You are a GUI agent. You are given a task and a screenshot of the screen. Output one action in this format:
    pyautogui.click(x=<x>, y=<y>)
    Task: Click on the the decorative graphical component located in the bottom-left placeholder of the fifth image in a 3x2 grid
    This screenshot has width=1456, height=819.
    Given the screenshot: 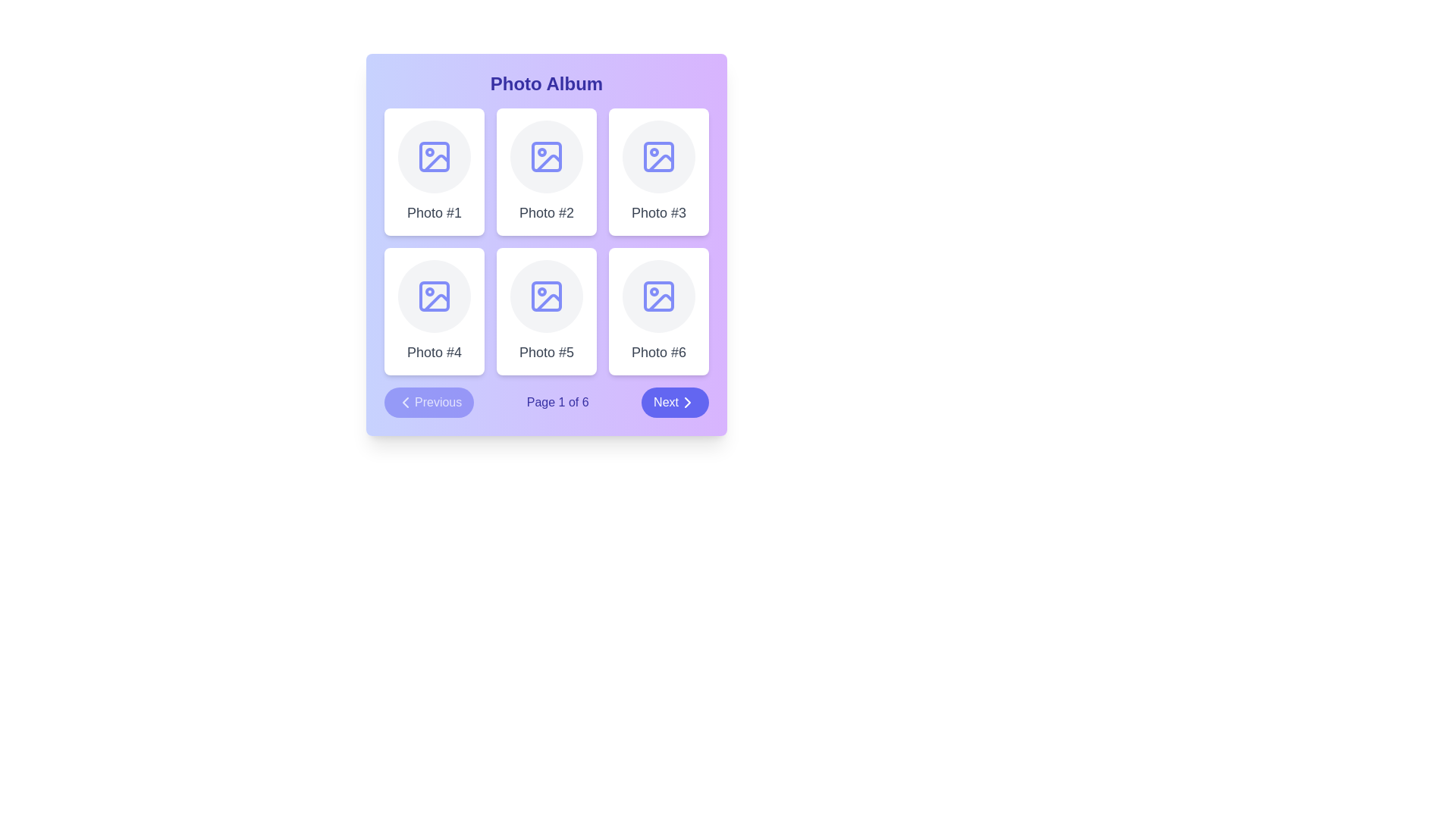 What is the action you would take?
    pyautogui.click(x=546, y=296)
    